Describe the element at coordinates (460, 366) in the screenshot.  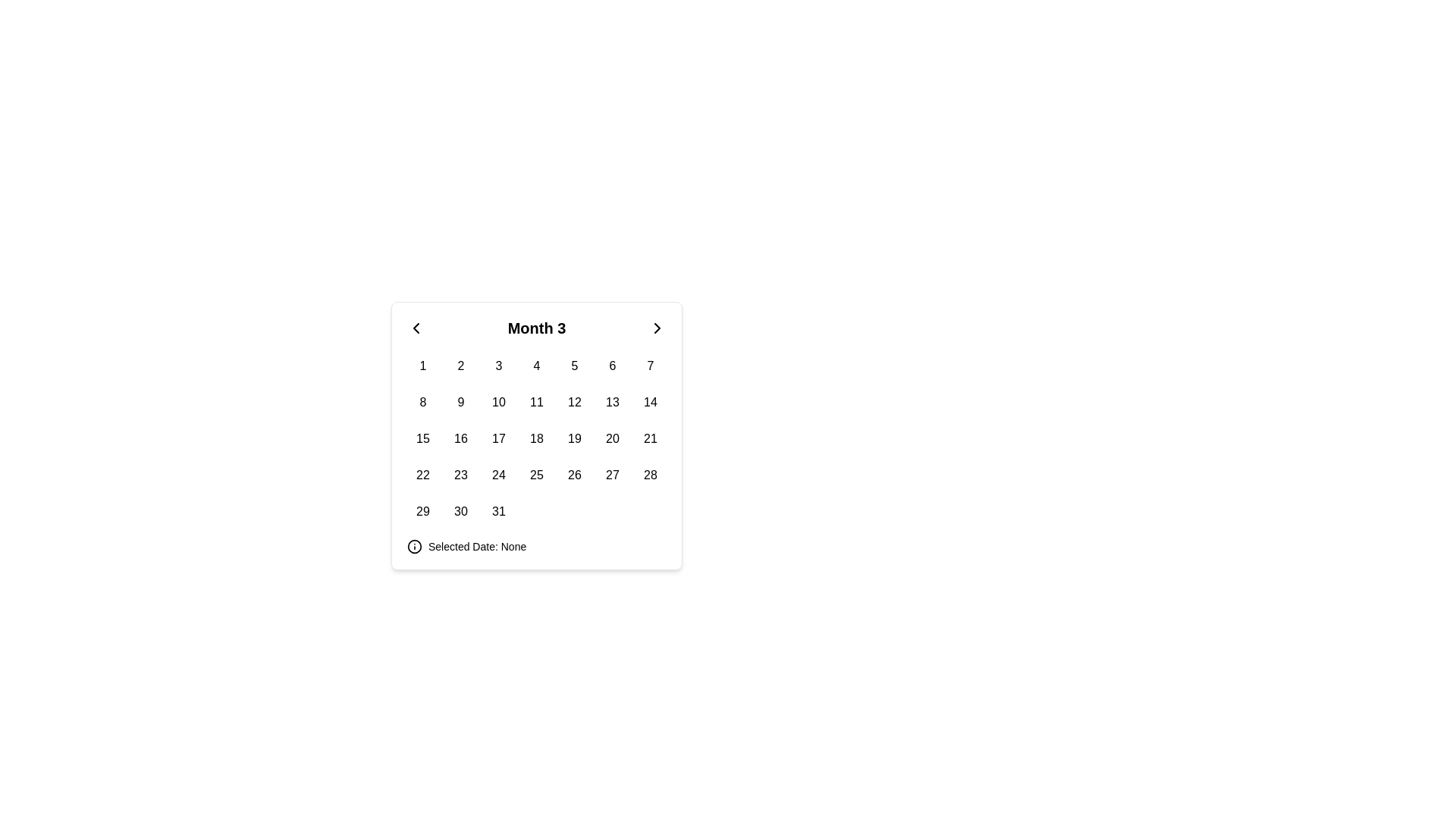
I see `the button representing the second day of the month in the calendar UI` at that location.